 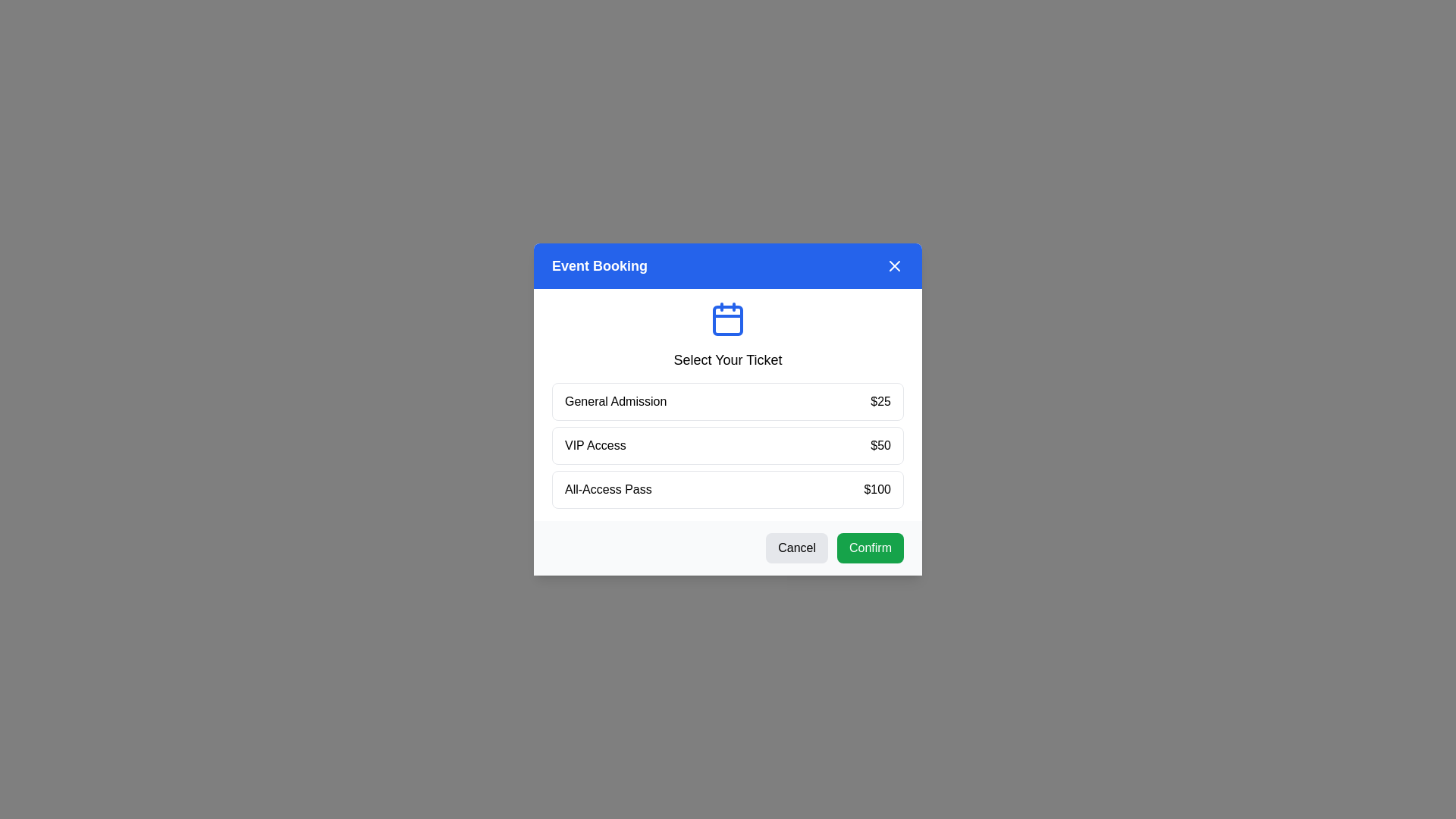 What do you see at coordinates (870, 548) in the screenshot?
I see `the 'Confirm' button, which is a rectangular button with a green background and white text` at bounding box center [870, 548].